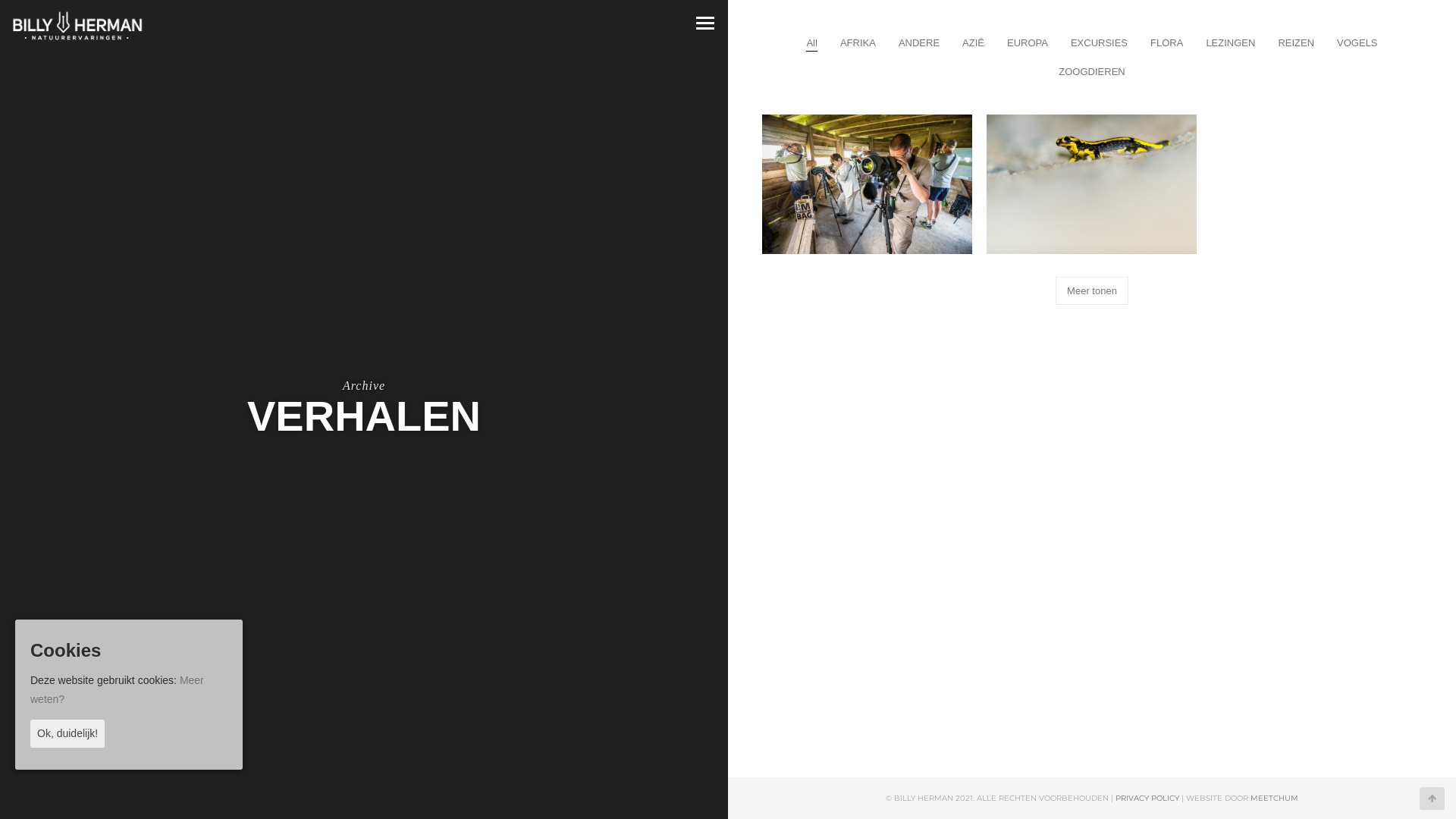 This screenshot has height=819, width=1456. Describe the element at coordinates (67, 733) in the screenshot. I see `'Ok, duidelijk!'` at that location.